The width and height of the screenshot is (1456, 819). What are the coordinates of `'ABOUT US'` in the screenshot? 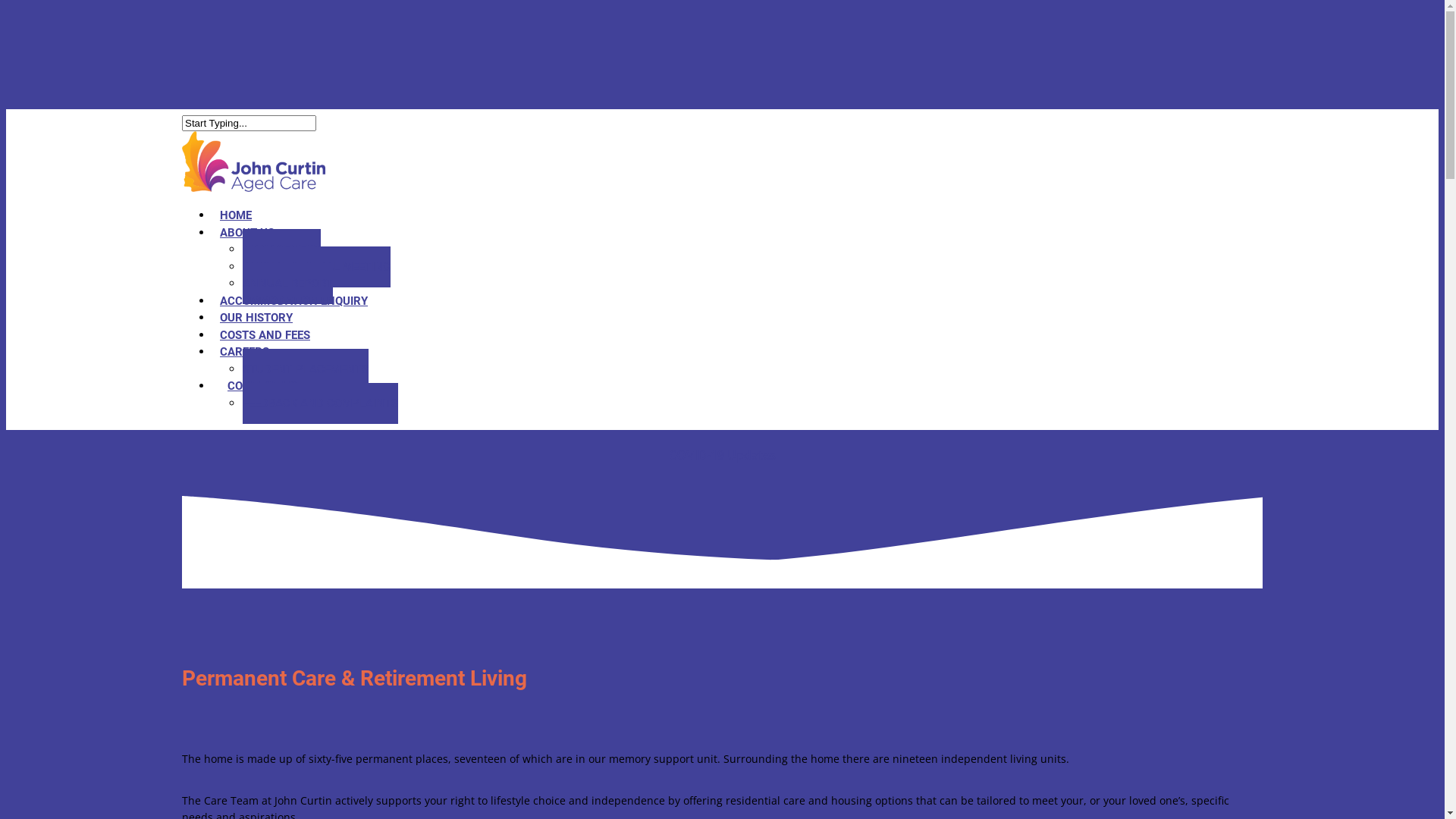 It's located at (247, 233).